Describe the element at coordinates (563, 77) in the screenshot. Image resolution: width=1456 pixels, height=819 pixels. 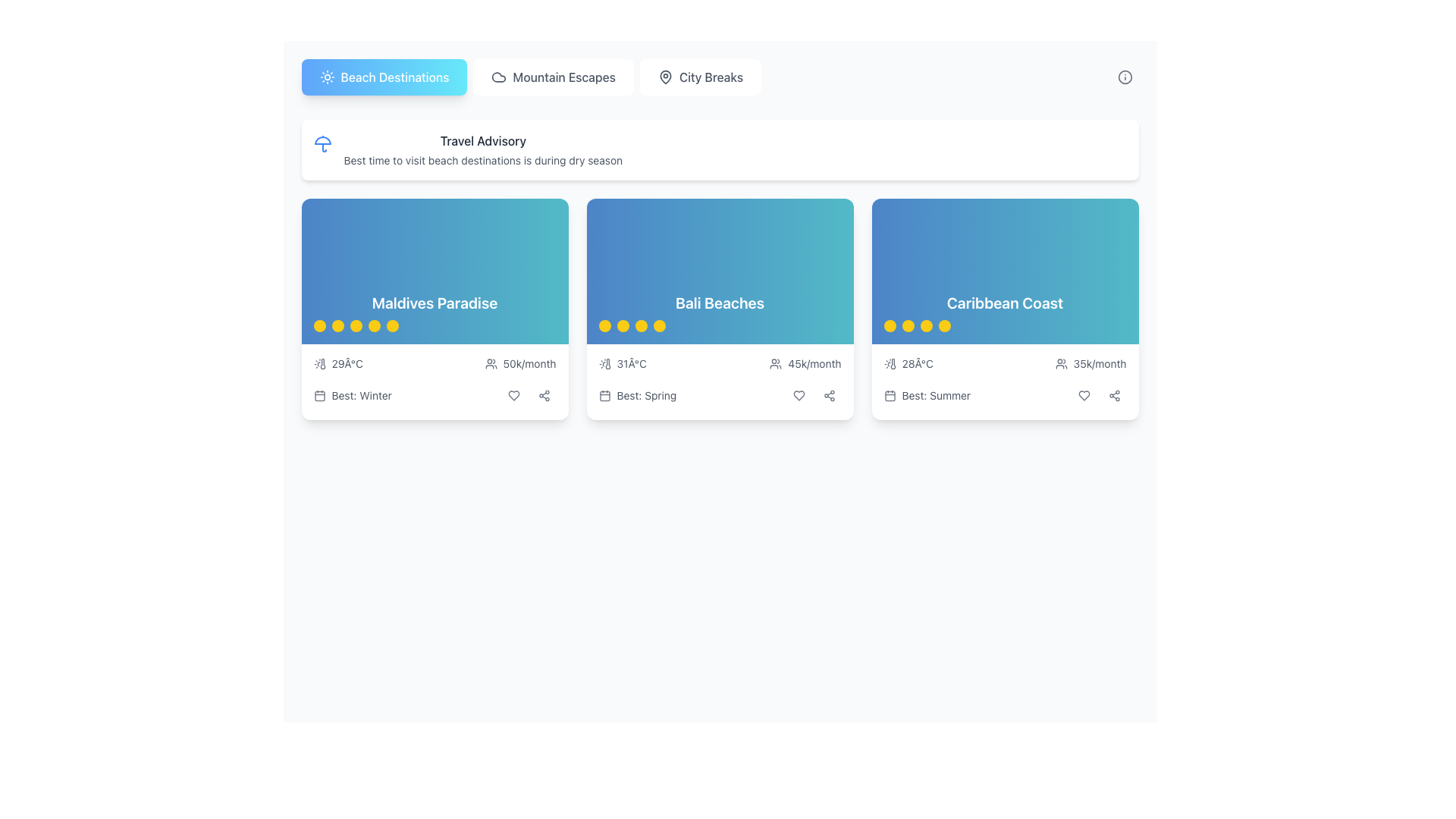
I see `the 'Mountain Escapes' text label in the navigation bar` at that location.